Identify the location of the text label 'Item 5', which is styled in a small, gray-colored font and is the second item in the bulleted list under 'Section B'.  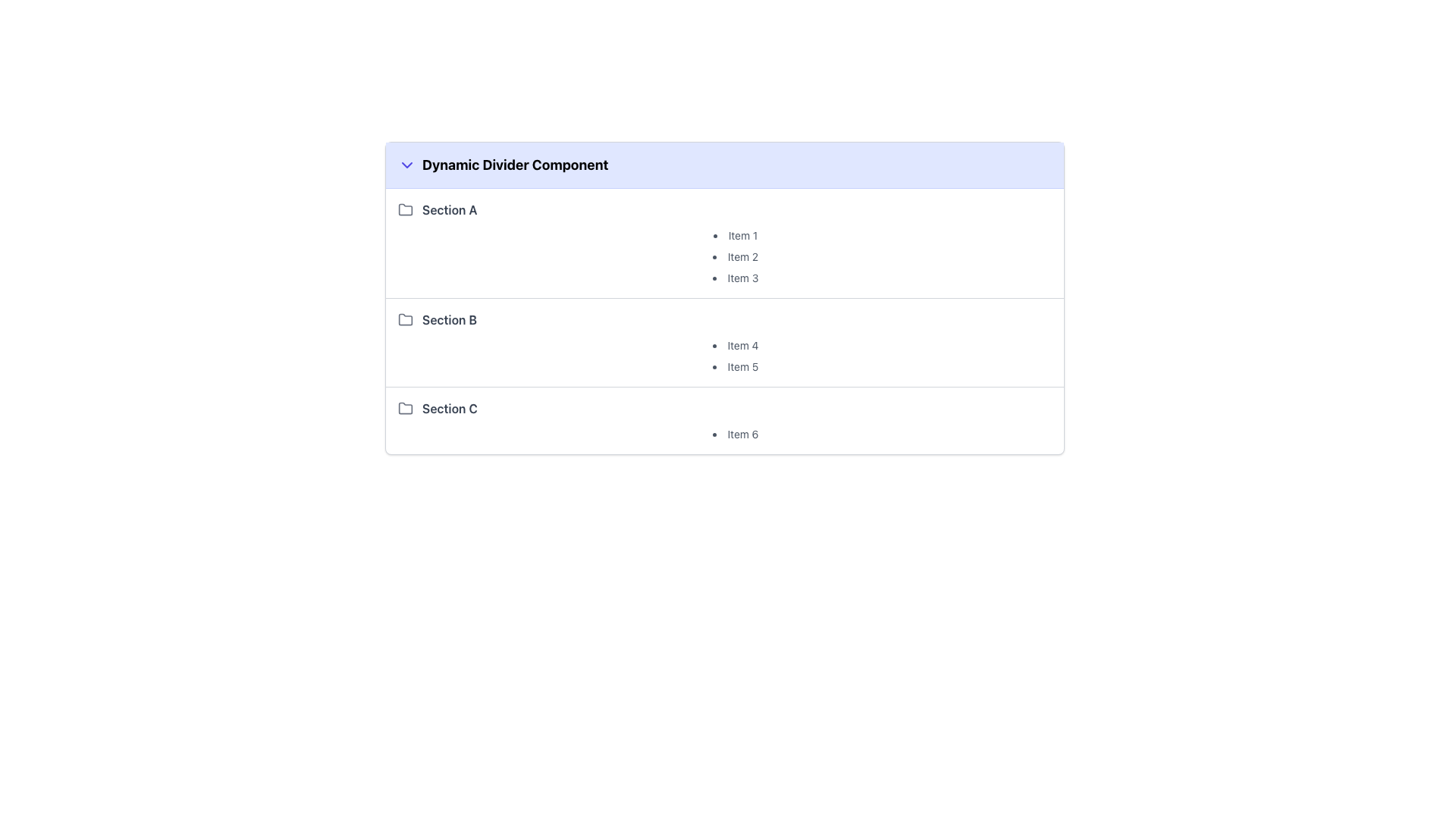
(735, 366).